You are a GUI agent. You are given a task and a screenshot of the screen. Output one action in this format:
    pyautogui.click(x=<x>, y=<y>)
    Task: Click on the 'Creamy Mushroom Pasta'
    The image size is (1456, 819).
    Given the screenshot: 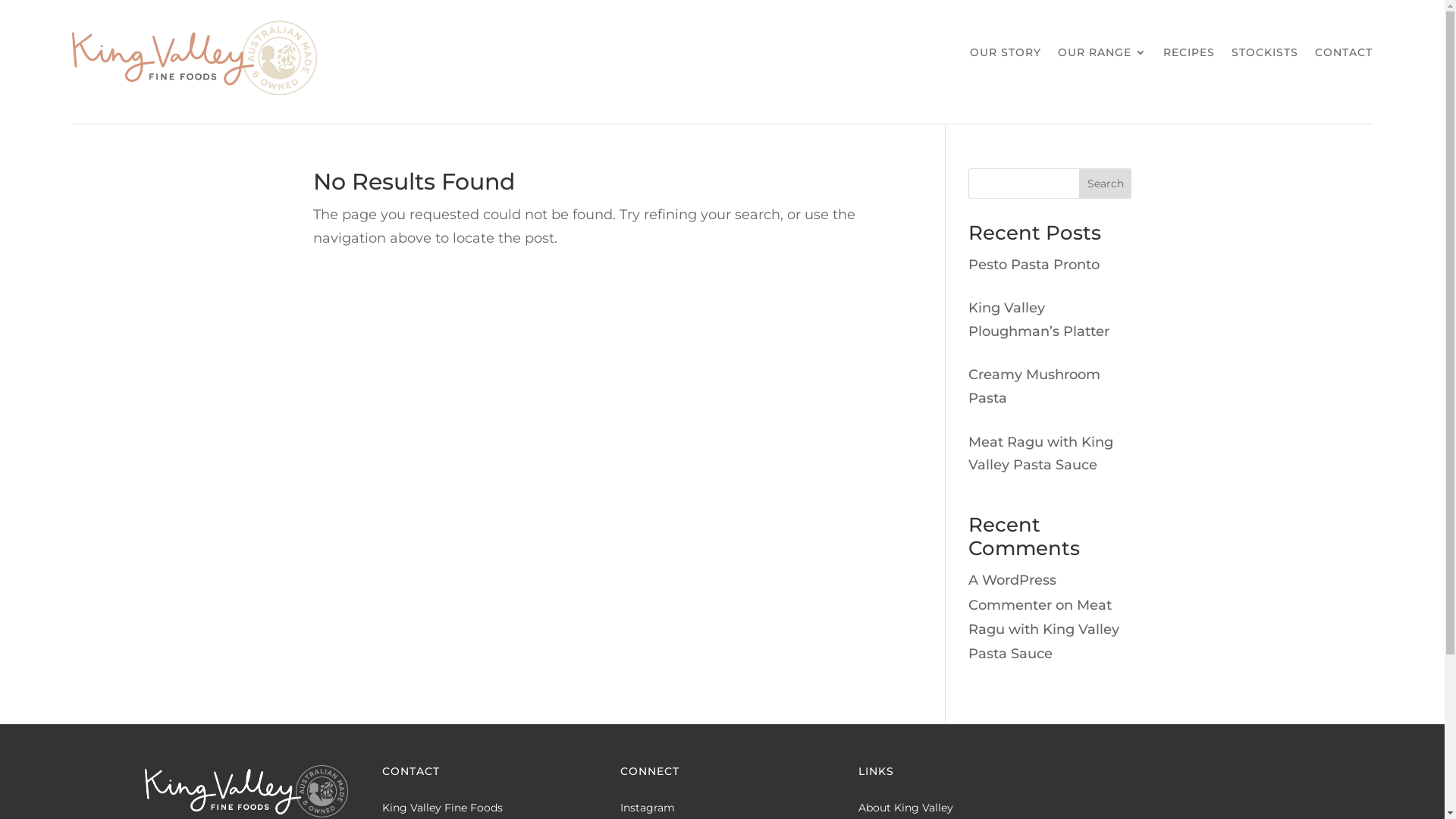 What is the action you would take?
    pyautogui.click(x=1033, y=385)
    